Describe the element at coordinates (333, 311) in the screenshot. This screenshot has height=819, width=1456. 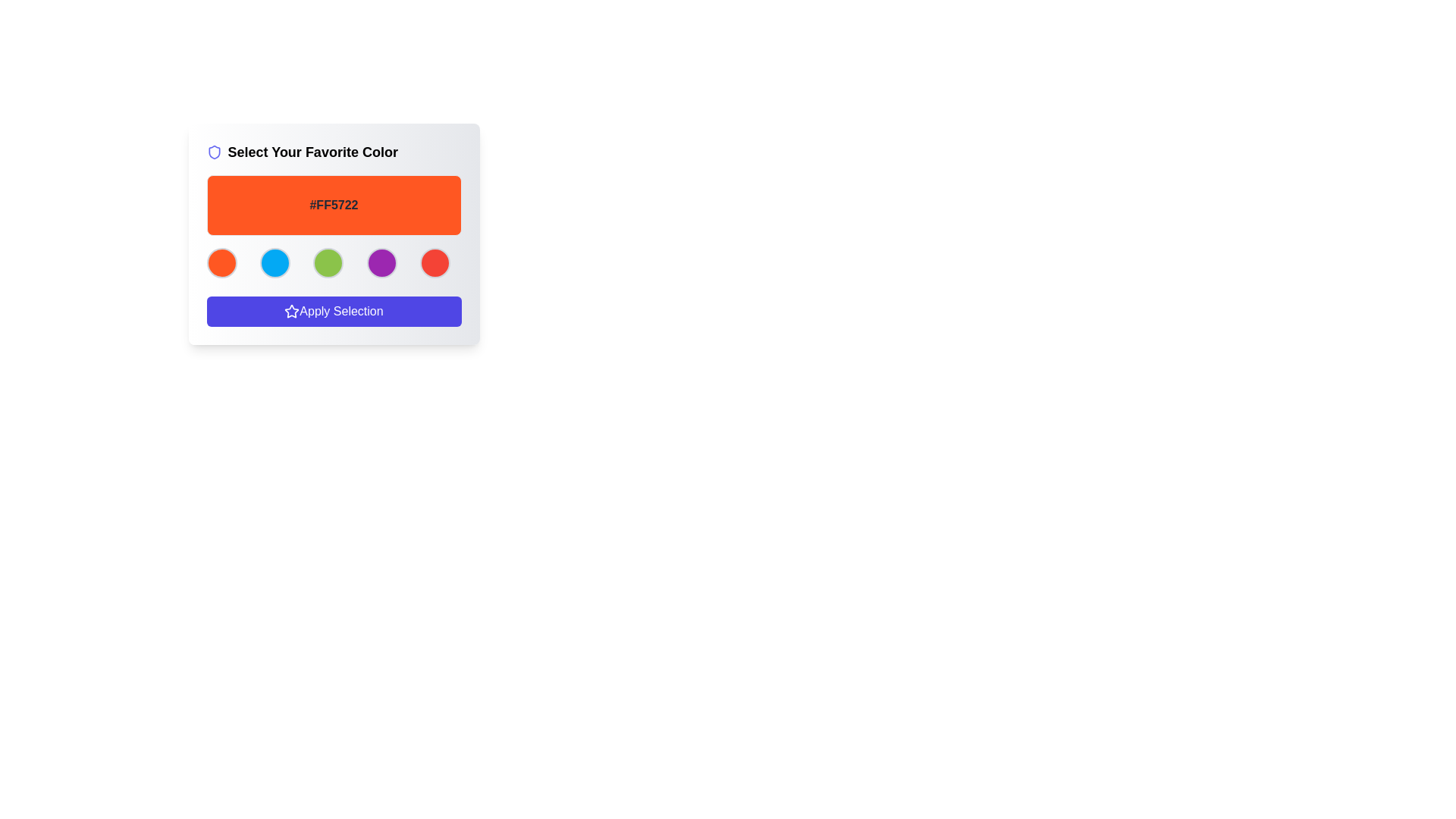
I see `the 'Apply Selection' button, which is a rectangular button with a gradient indigo background and white text, located at the bottom of the card layout` at that location.